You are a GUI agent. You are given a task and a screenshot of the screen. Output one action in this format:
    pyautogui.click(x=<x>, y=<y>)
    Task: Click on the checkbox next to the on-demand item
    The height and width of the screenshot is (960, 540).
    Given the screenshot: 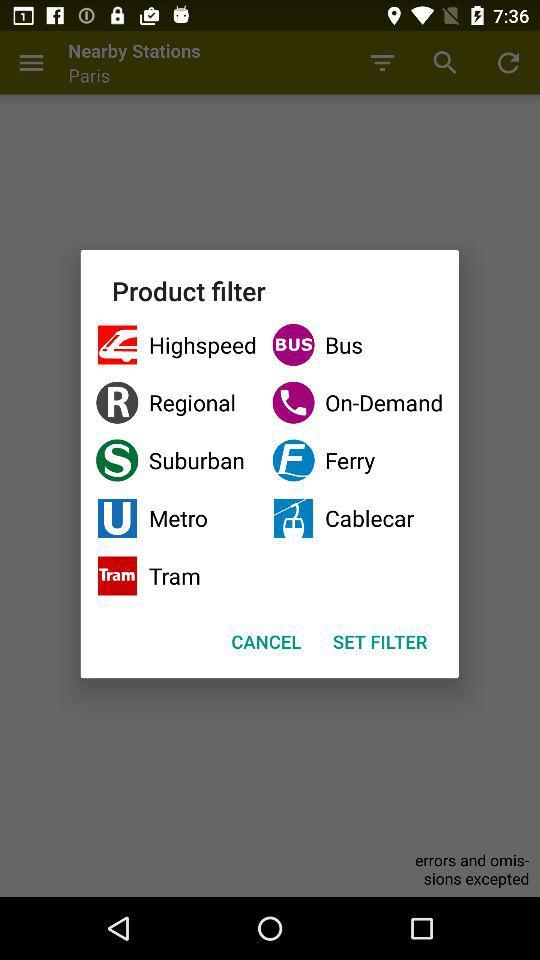 What is the action you would take?
    pyautogui.click(x=176, y=460)
    